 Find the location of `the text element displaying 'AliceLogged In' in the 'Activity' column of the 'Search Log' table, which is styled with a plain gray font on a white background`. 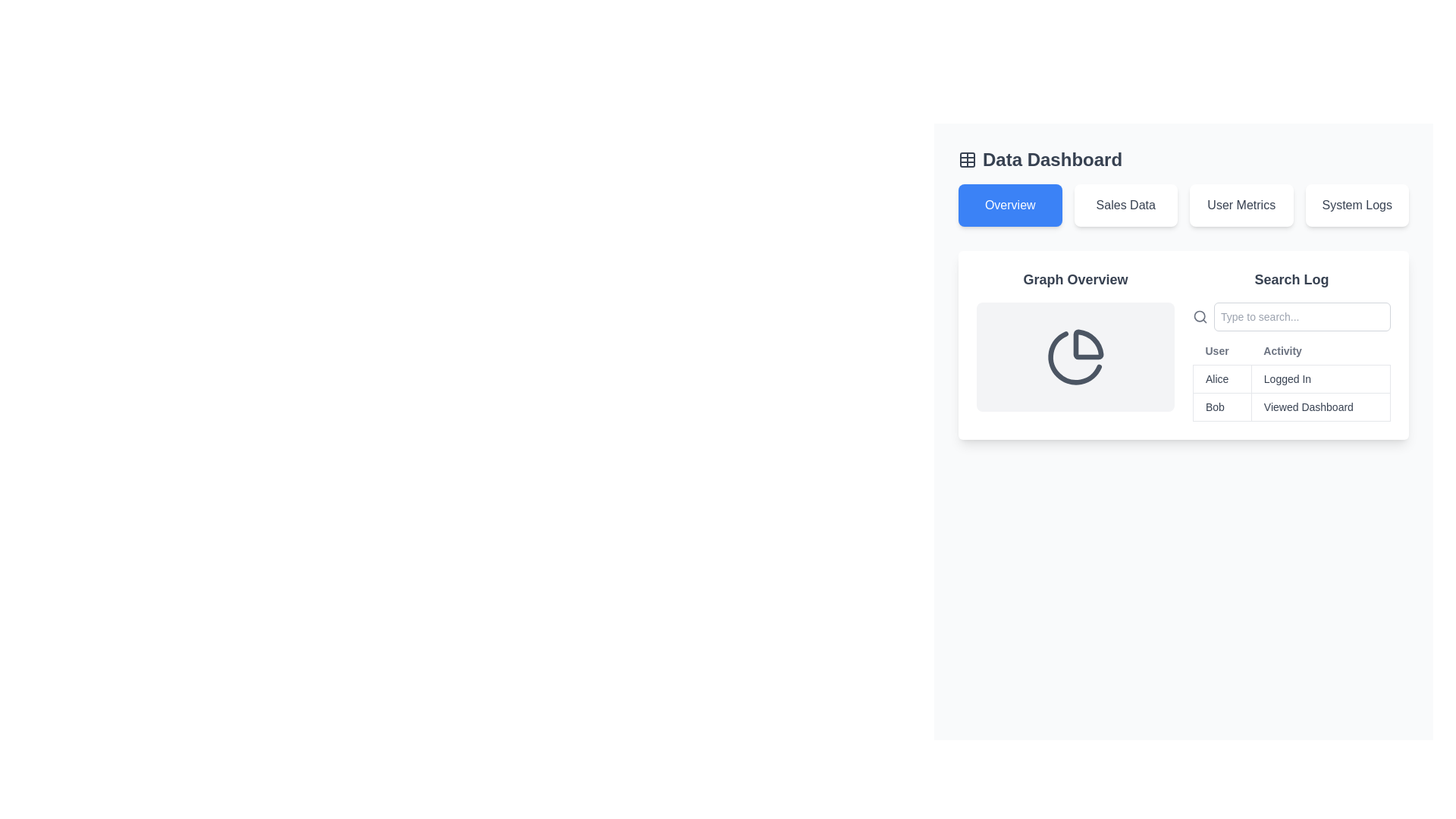

the text element displaying 'AliceLogged In' in the 'Activity' column of the 'Search Log' table, which is styled with a plain gray font on a white background is located at coordinates (1291, 378).